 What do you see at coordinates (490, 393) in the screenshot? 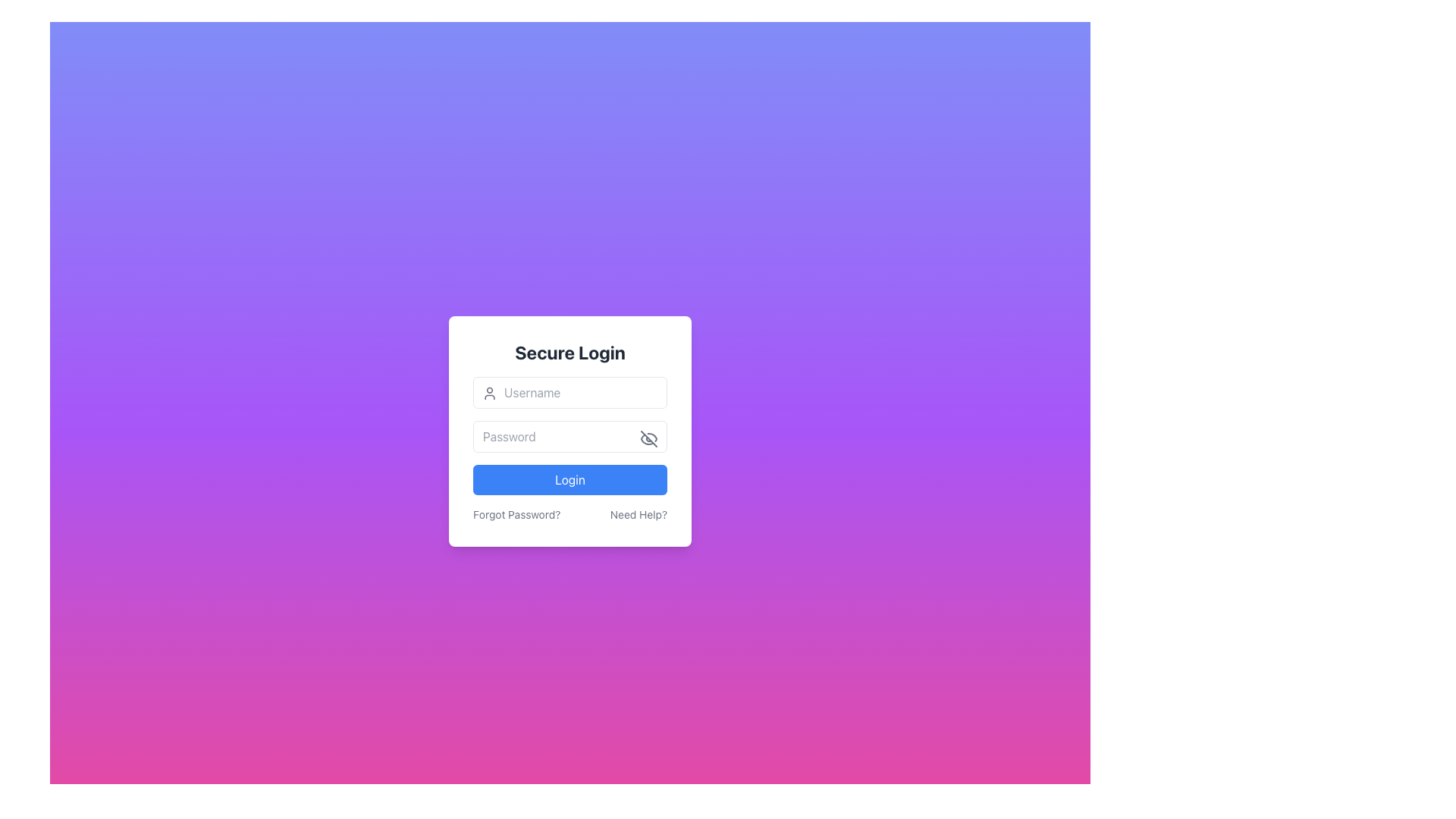
I see `the username input field icon located inside the secure login box, which serves as a visual cue for entering a username` at bounding box center [490, 393].